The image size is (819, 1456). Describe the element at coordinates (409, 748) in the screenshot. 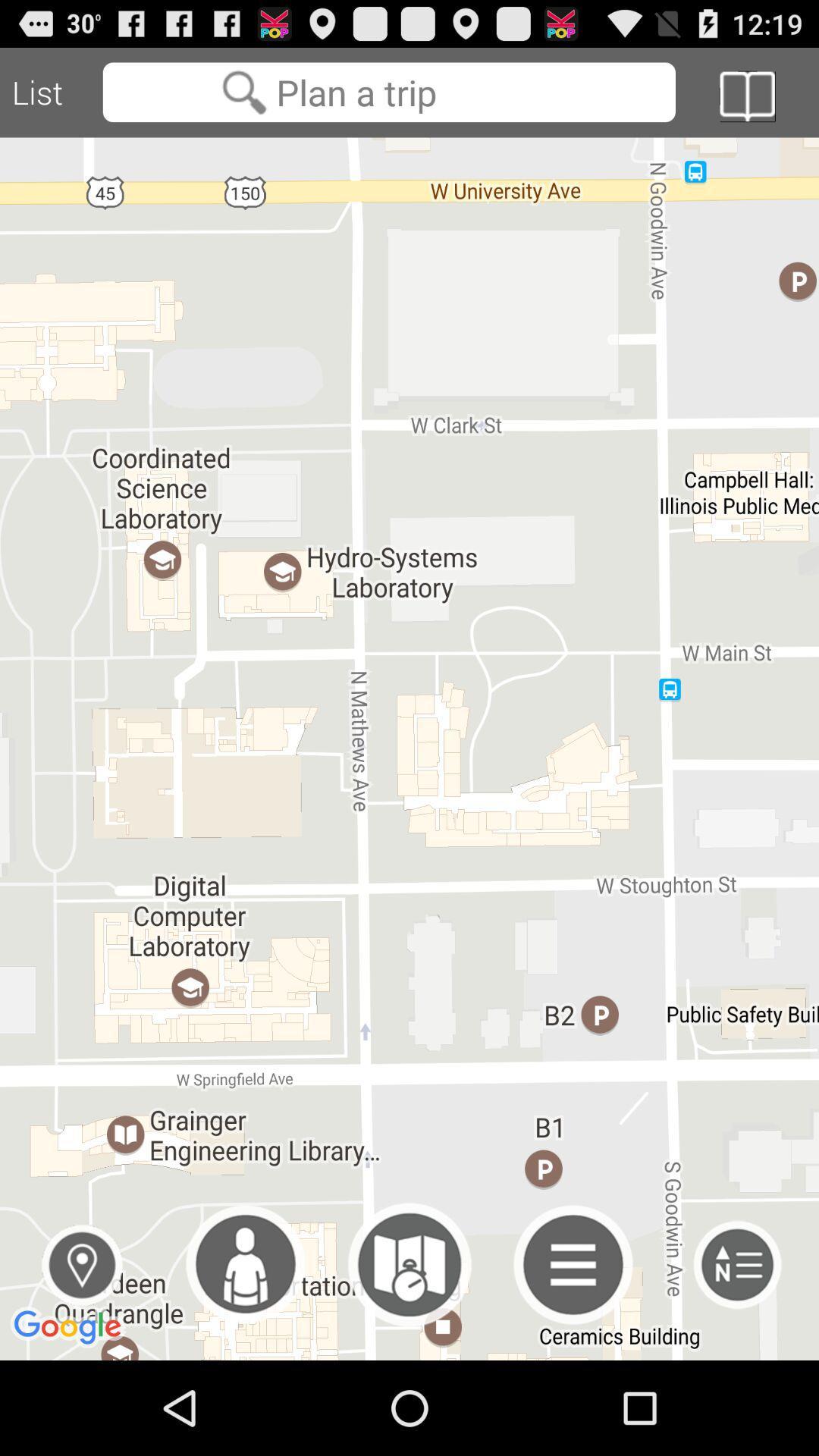

I see `the app below list icon` at that location.